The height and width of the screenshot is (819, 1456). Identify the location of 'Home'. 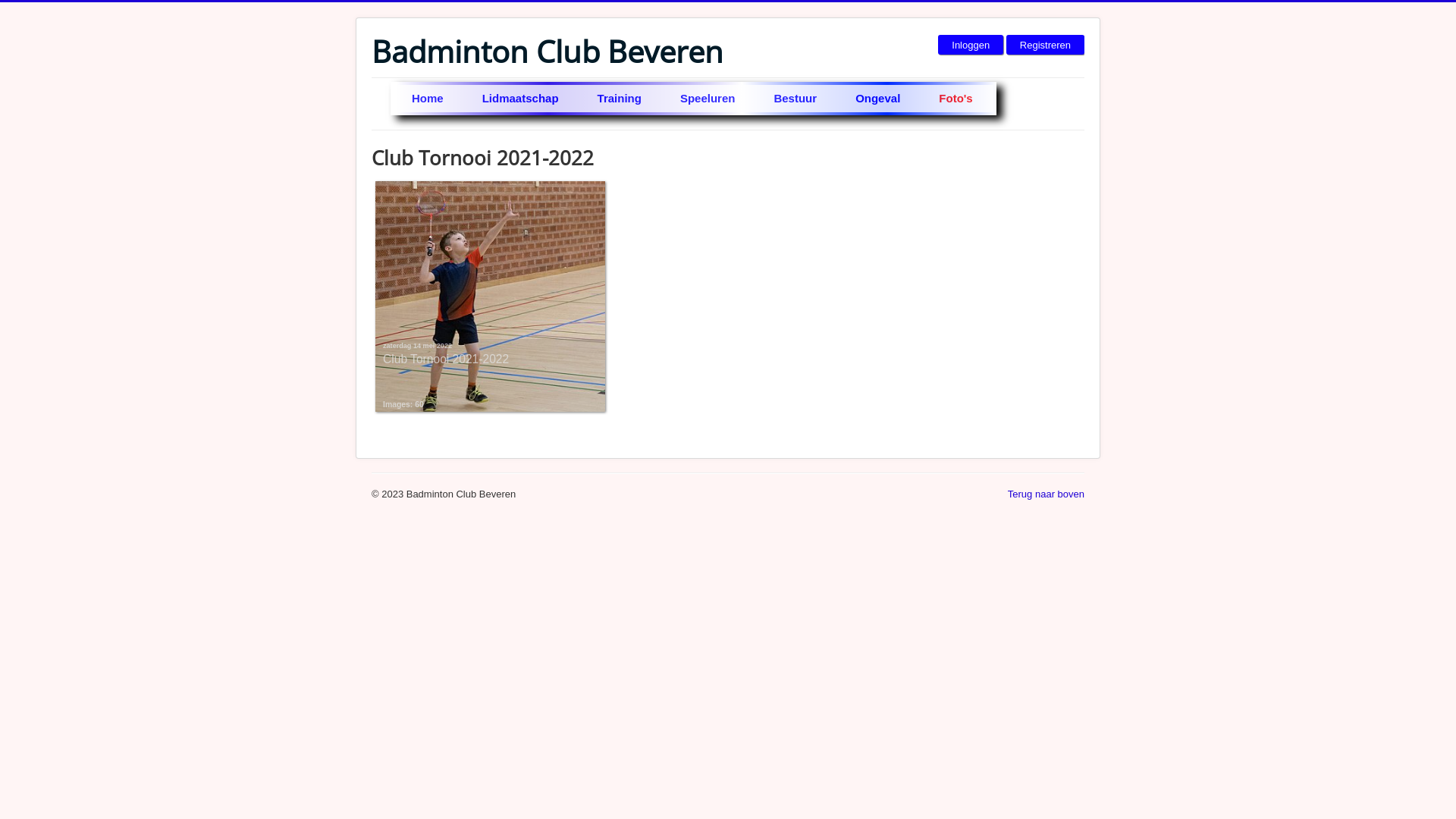
(428, 99).